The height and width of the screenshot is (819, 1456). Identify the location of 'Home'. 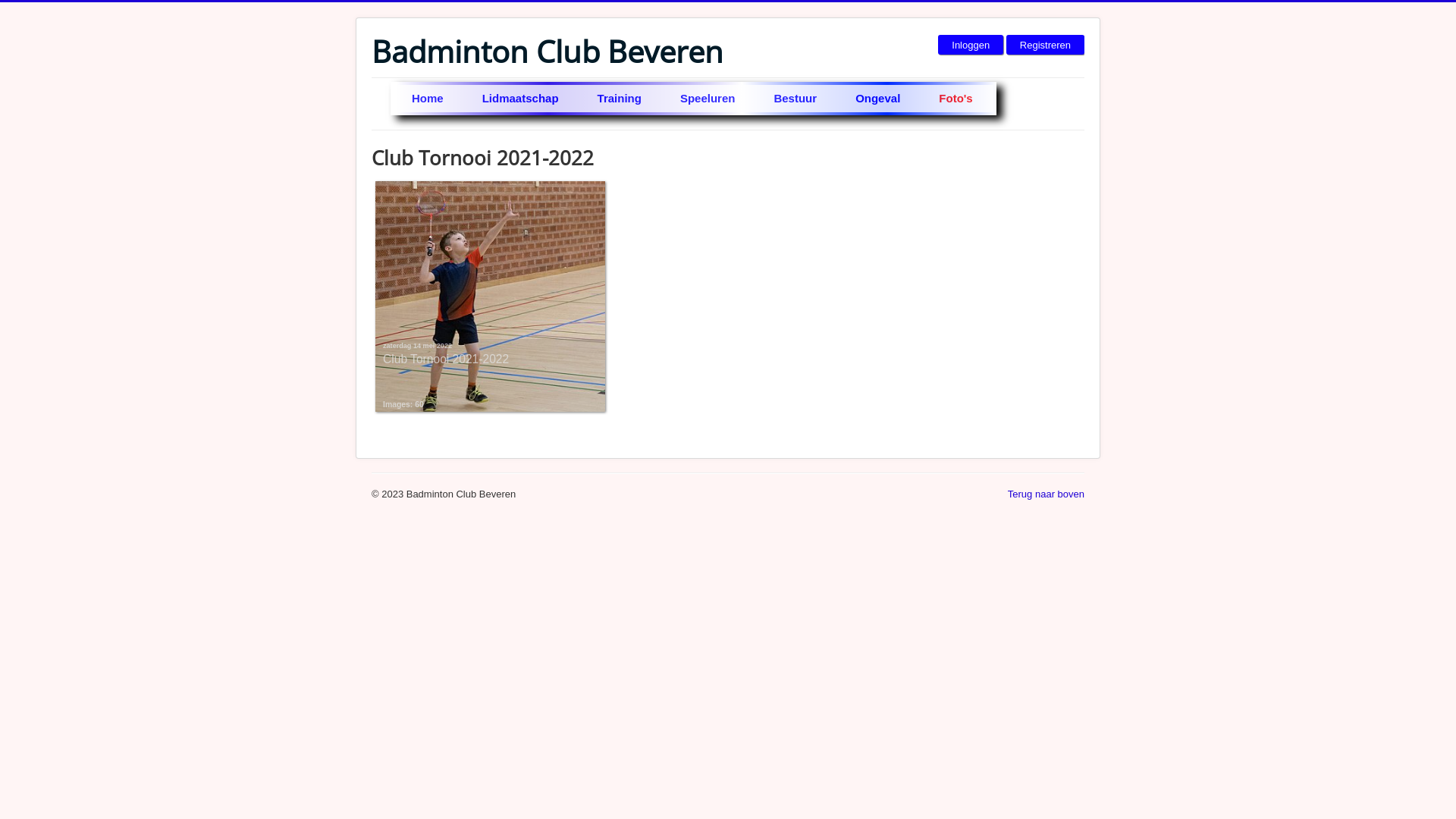
(428, 99).